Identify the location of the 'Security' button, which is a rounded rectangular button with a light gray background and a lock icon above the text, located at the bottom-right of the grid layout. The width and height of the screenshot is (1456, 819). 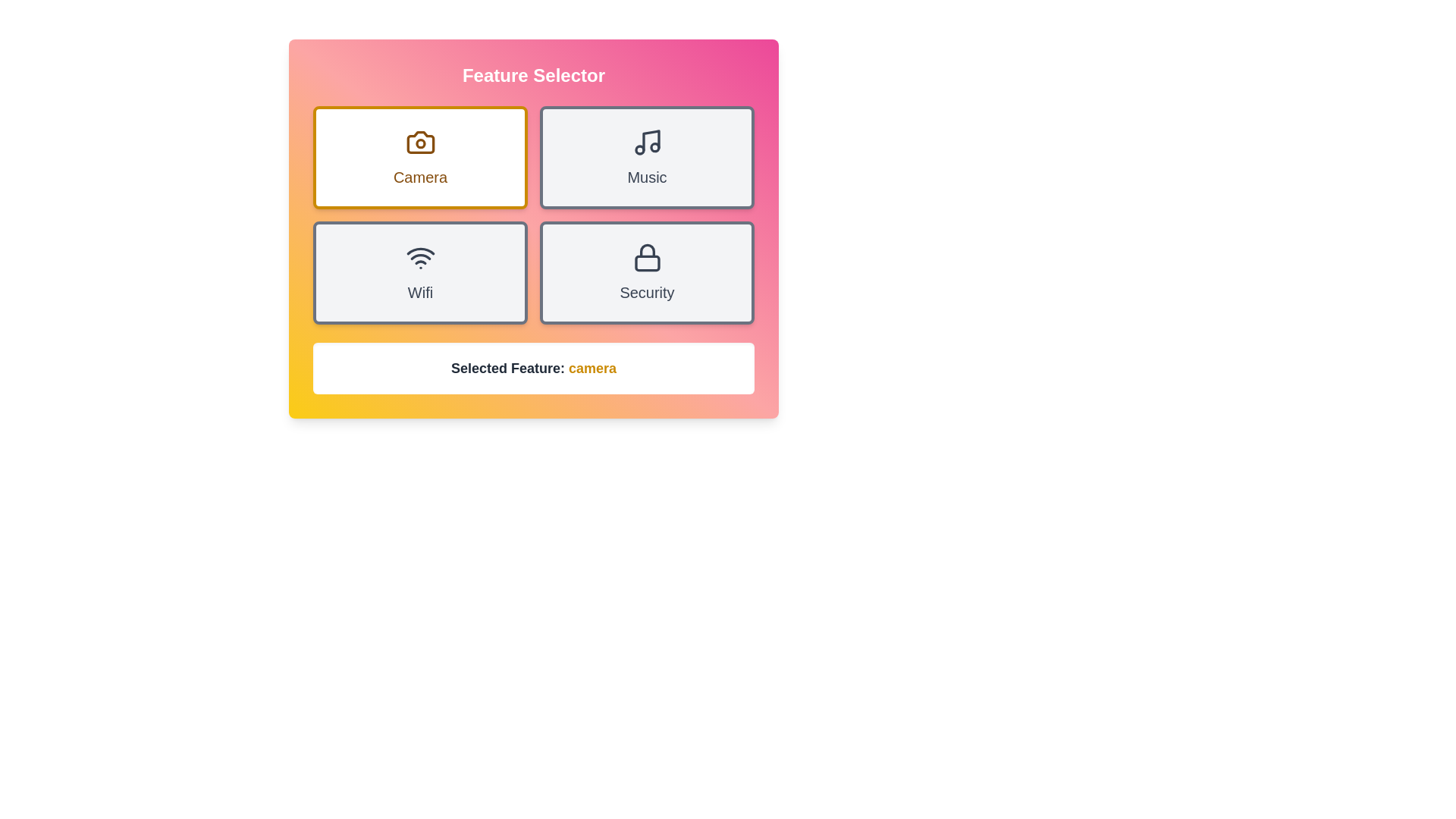
(647, 271).